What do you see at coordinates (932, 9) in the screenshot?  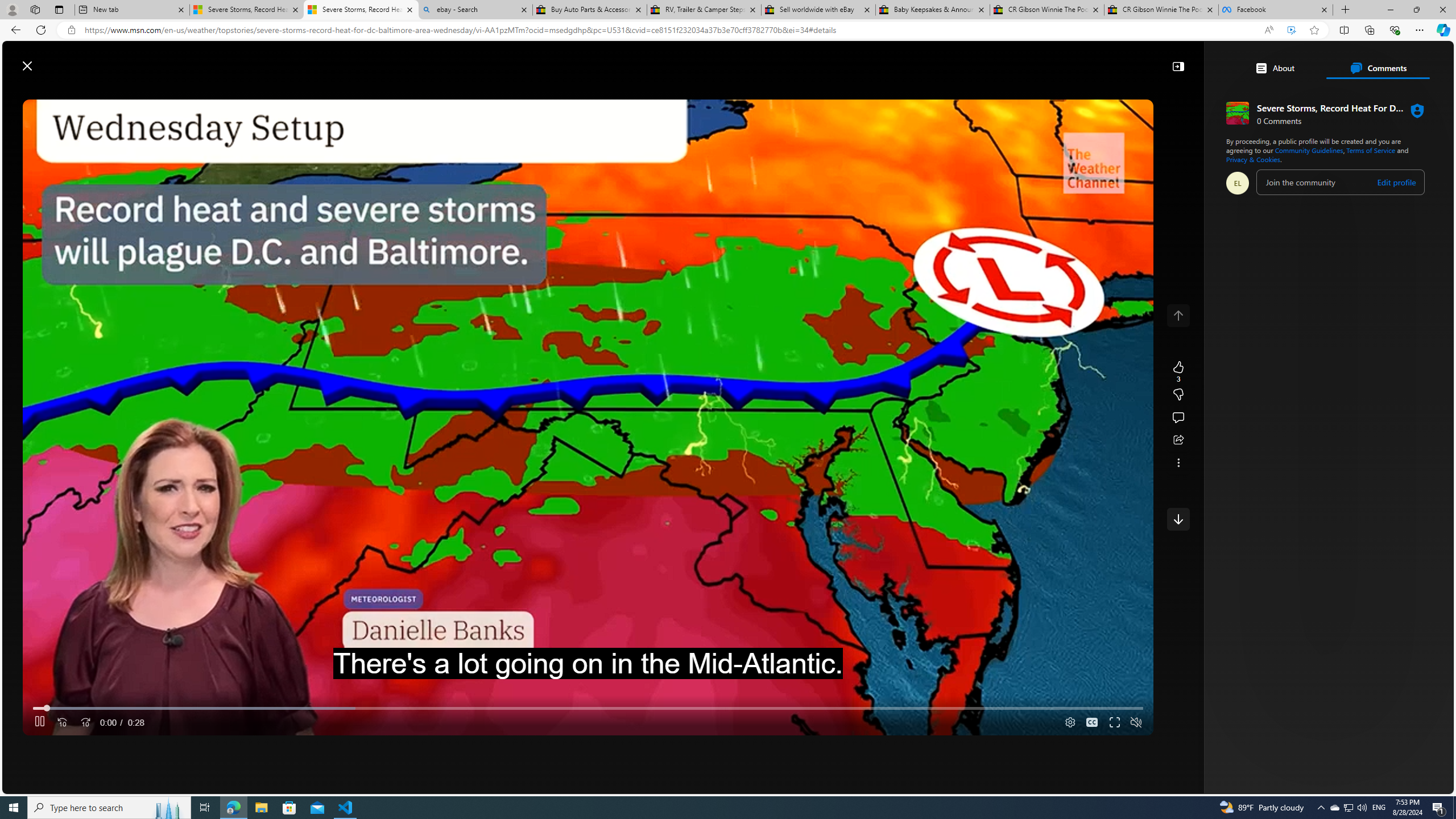 I see `'Baby Keepsakes & Announcements for sale | eBay'` at bounding box center [932, 9].